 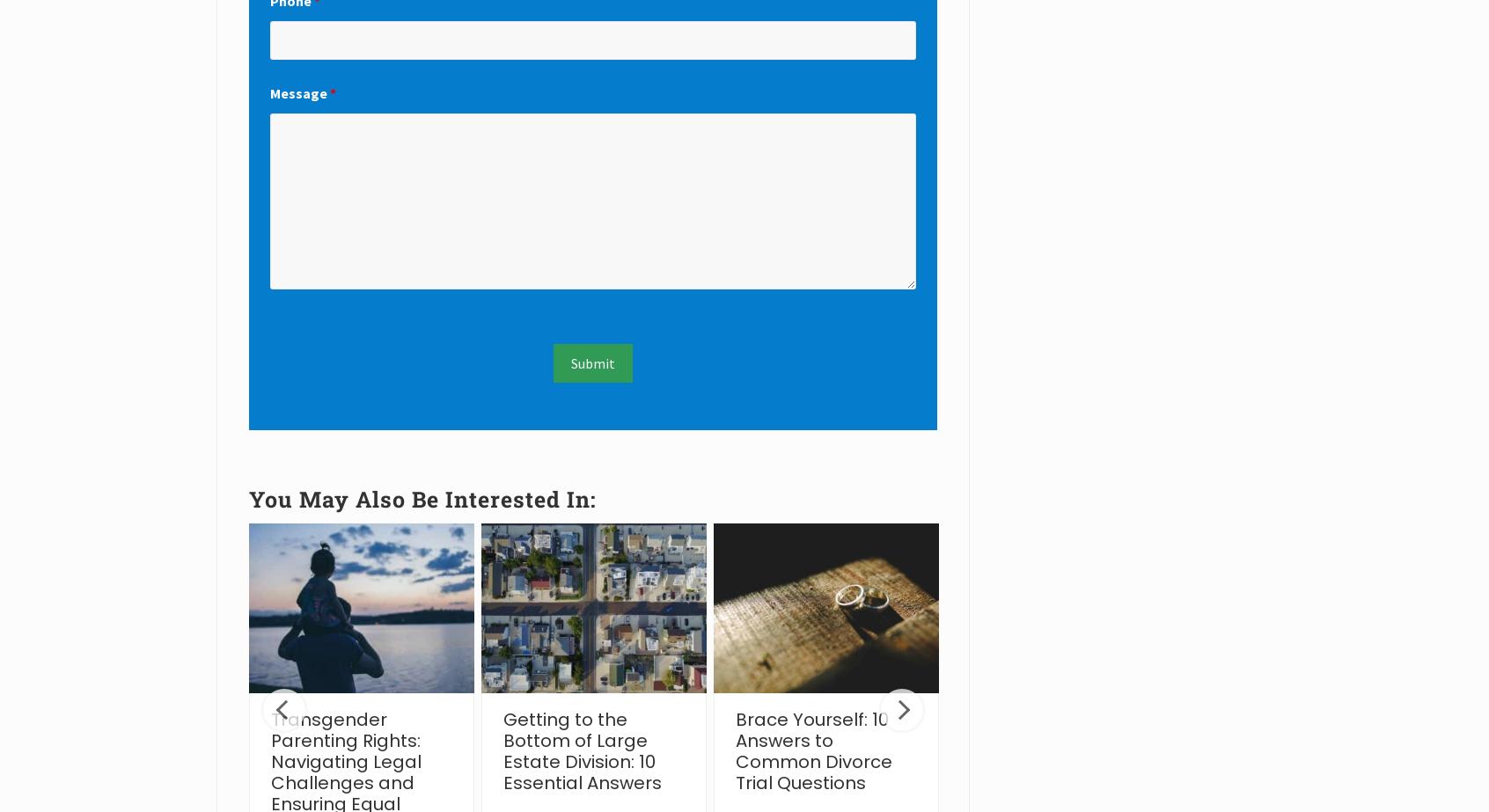 I want to click on 'You May Also Be Interested In:', so click(x=248, y=498).